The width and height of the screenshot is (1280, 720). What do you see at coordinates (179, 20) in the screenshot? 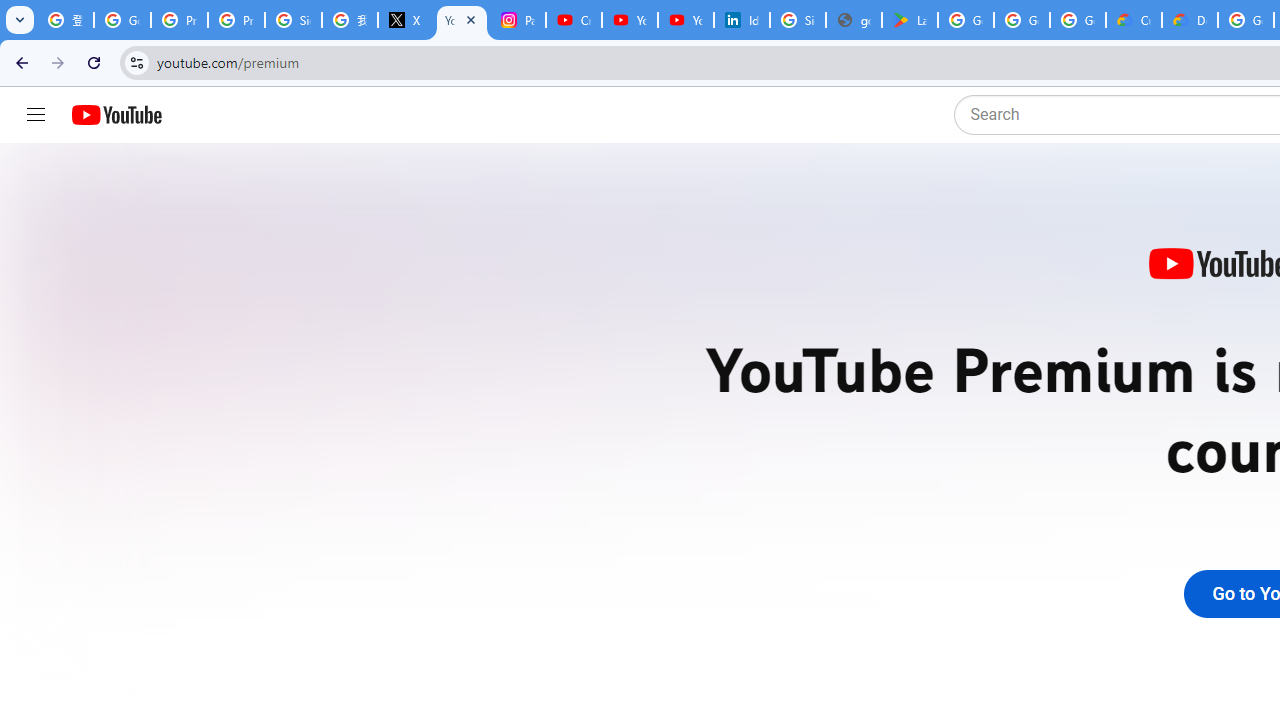
I see `'Privacy Help Center - Policies Help'` at bounding box center [179, 20].